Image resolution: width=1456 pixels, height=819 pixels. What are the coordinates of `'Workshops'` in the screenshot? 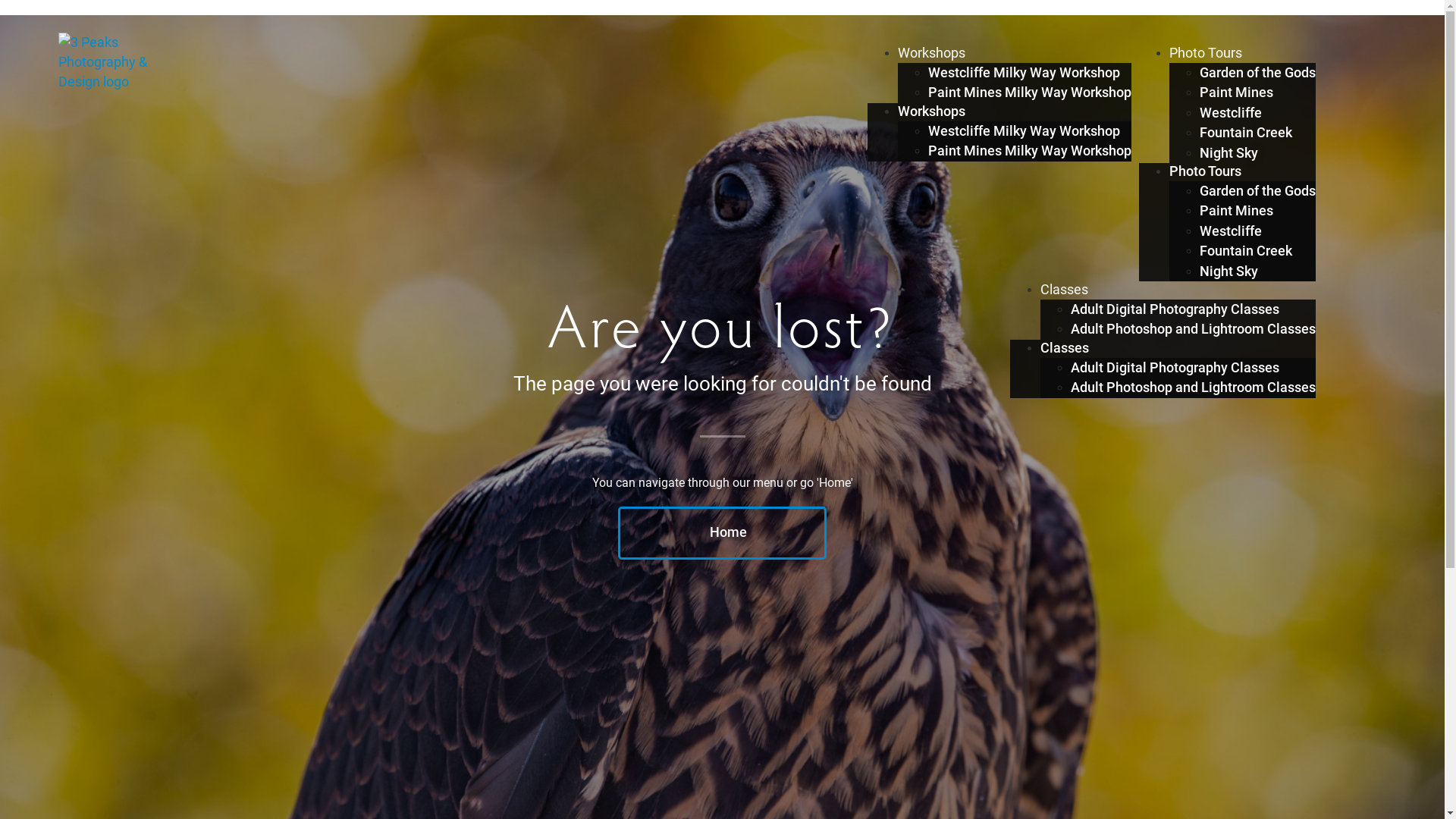 It's located at (930, 52).